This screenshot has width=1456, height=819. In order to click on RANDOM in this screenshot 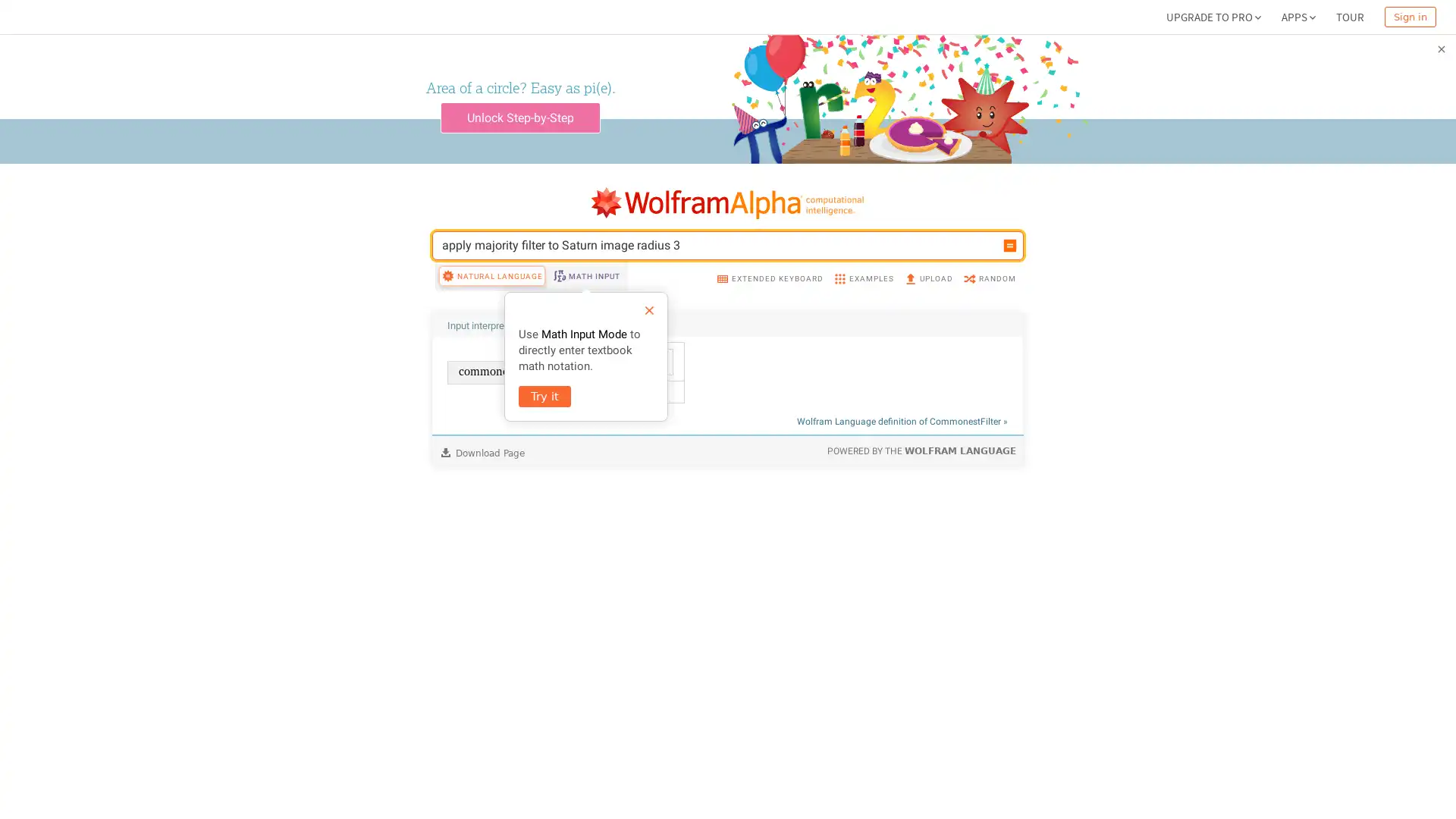, I will do `click(989, 307)`.